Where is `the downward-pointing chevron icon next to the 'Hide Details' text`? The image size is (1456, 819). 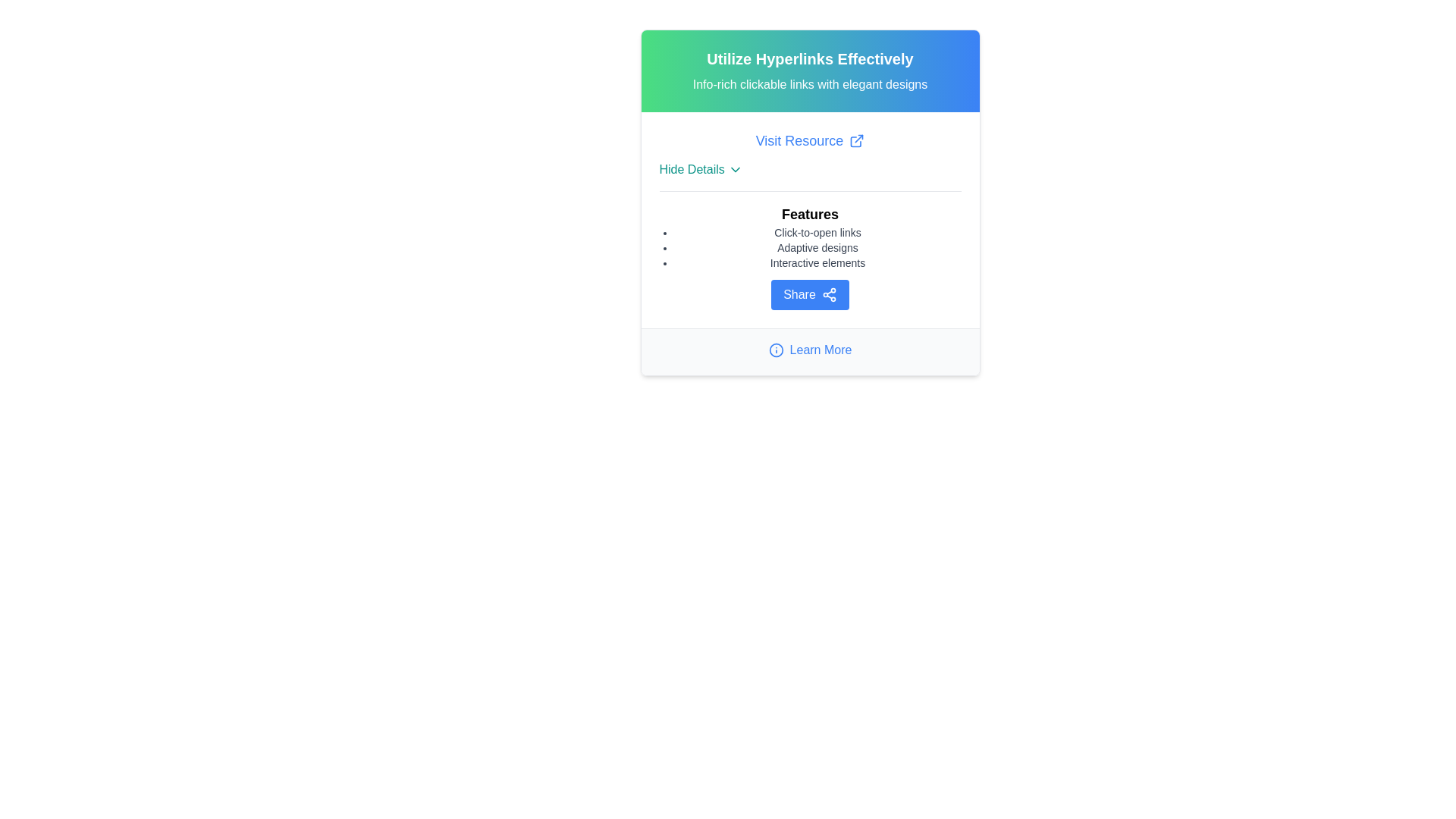 the downward-pointing chevron icon next to the 'Hide Details' text is located at coordinates (735, 169).